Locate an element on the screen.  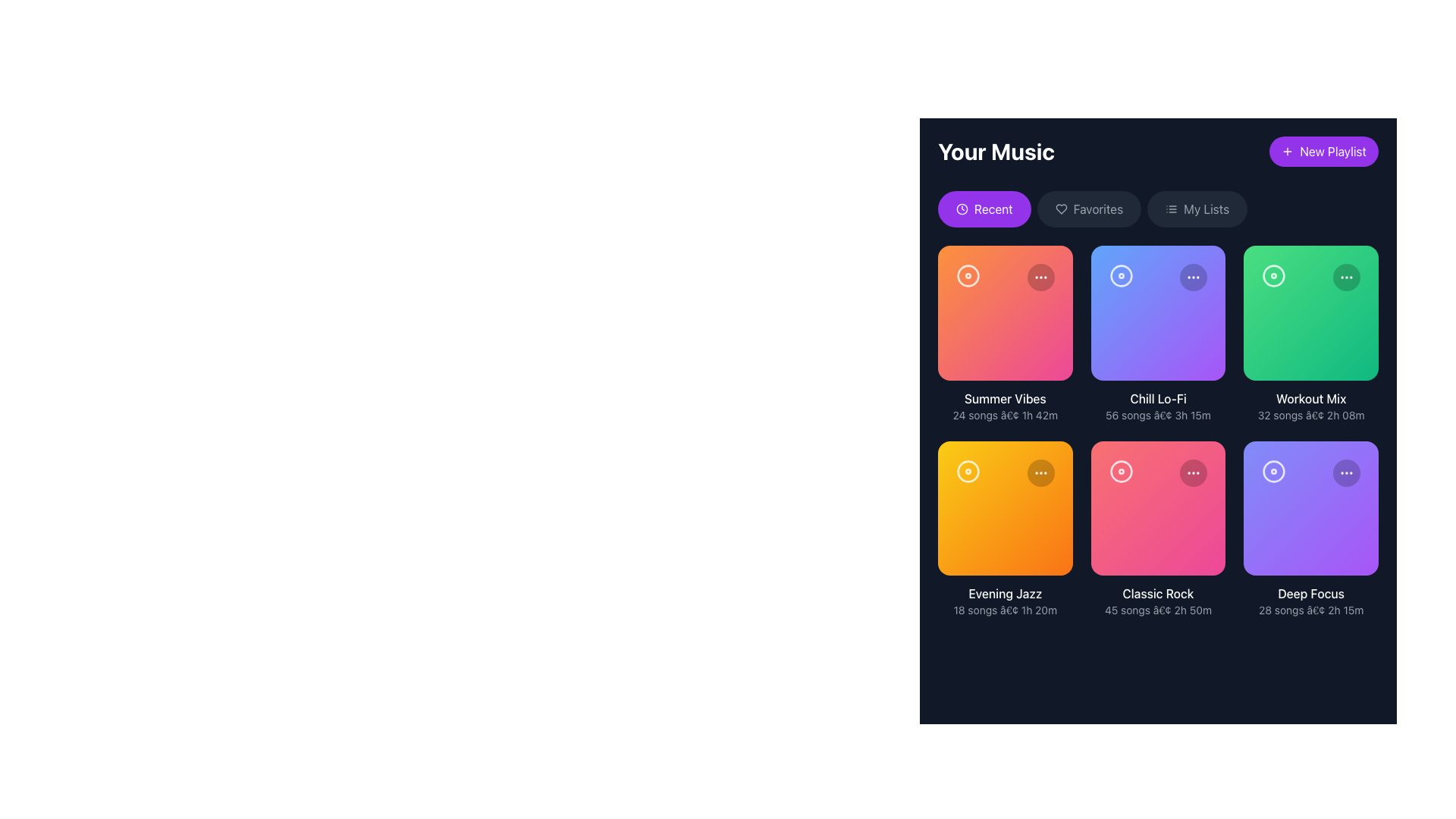
text content of the 'Workout Mix' label, which is a white text label displayed beneath a green playlist card in the 'Your Music' section is located at coordinates (1310, 397).